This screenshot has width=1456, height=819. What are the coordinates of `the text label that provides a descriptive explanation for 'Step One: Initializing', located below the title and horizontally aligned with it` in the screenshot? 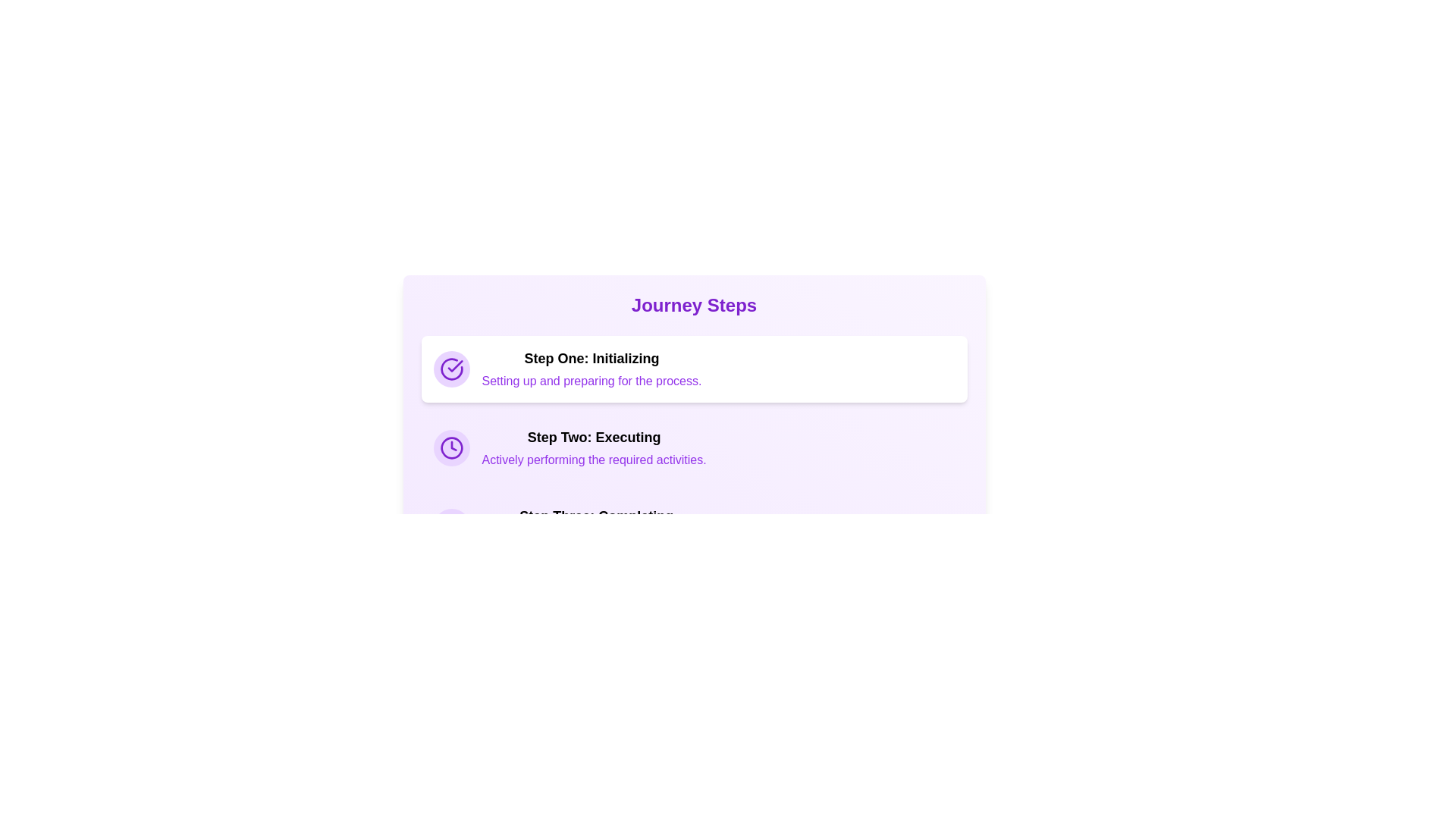 It's located at (591, 380).